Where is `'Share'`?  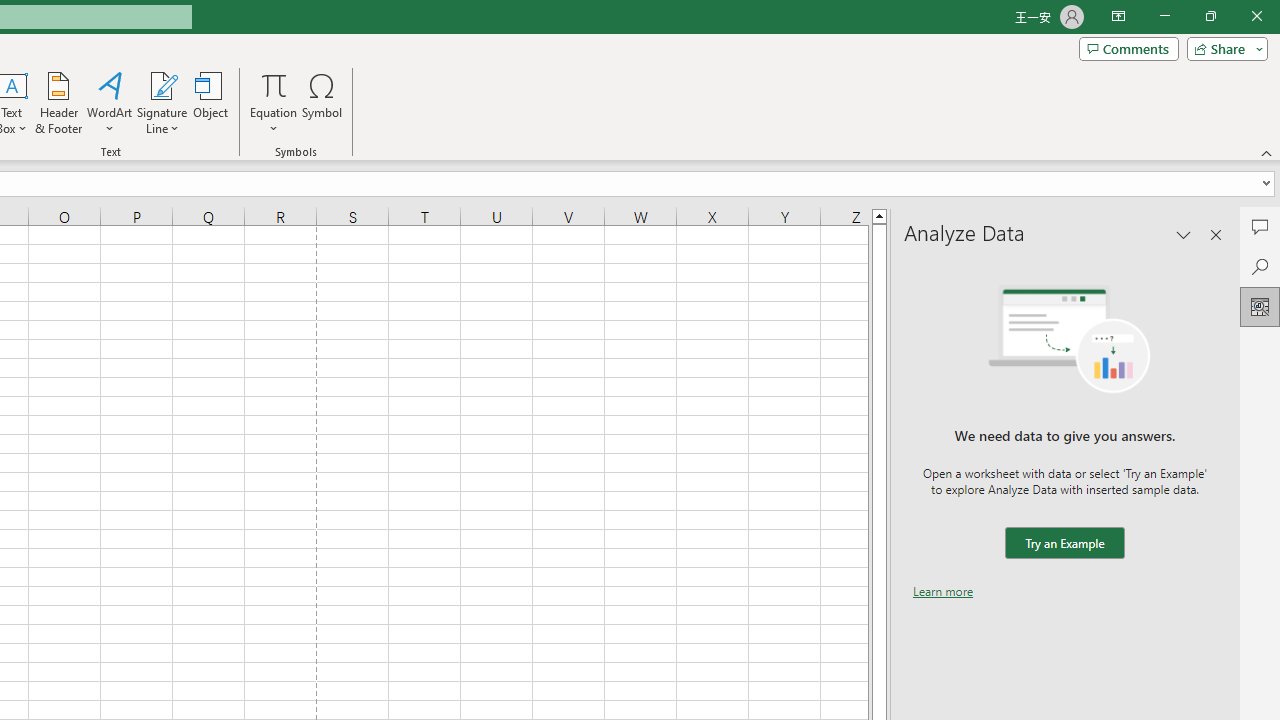
'Share' is located at coordinates (1222, 47).